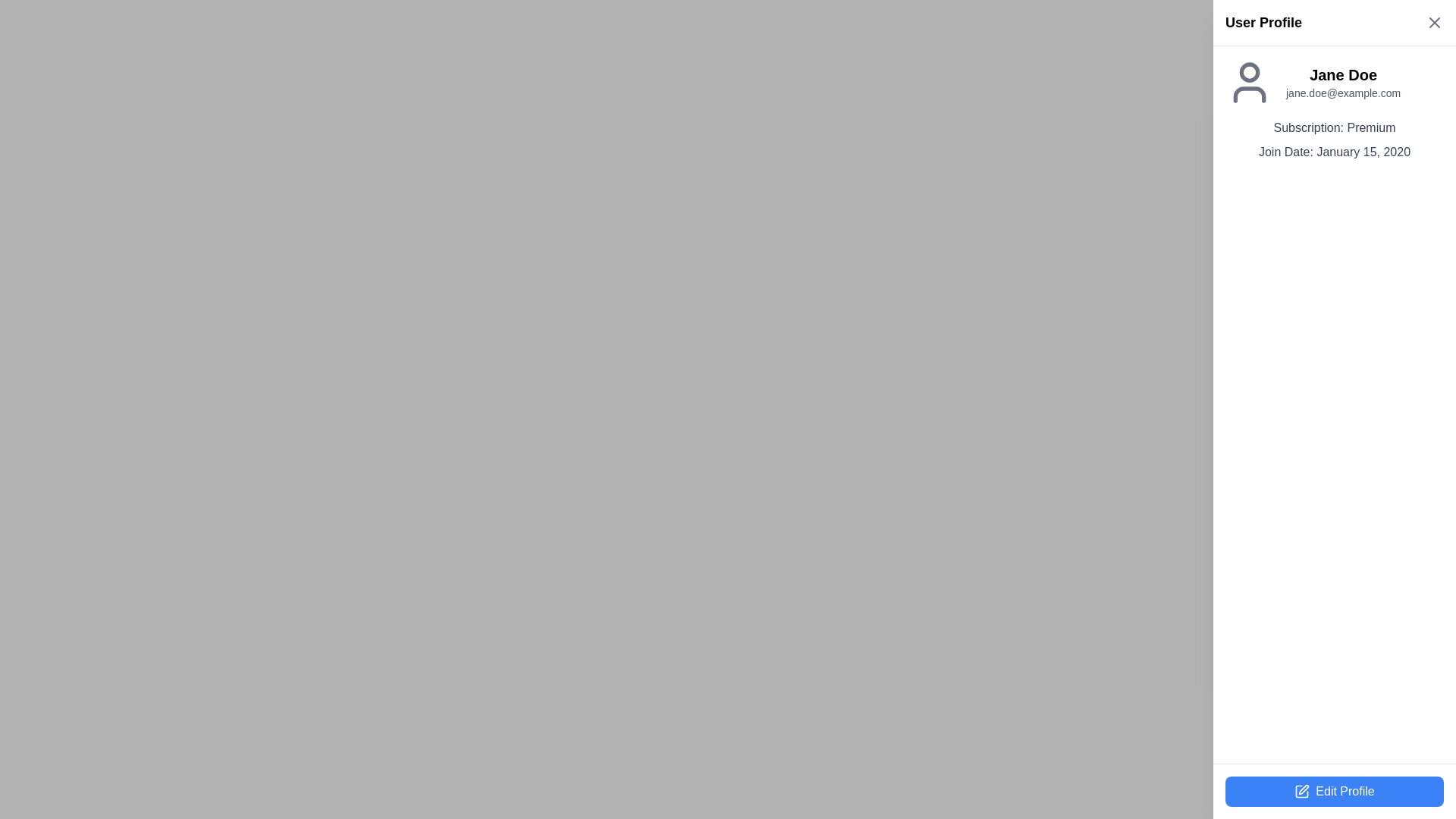 This screenshot has width=1456, height=819. Describe the element at coordinates (1301, 791) in the screenshot. I see `the editing icon located to the left of the 'Edit Profile' text within the 'Edit Profile' button` at that location.